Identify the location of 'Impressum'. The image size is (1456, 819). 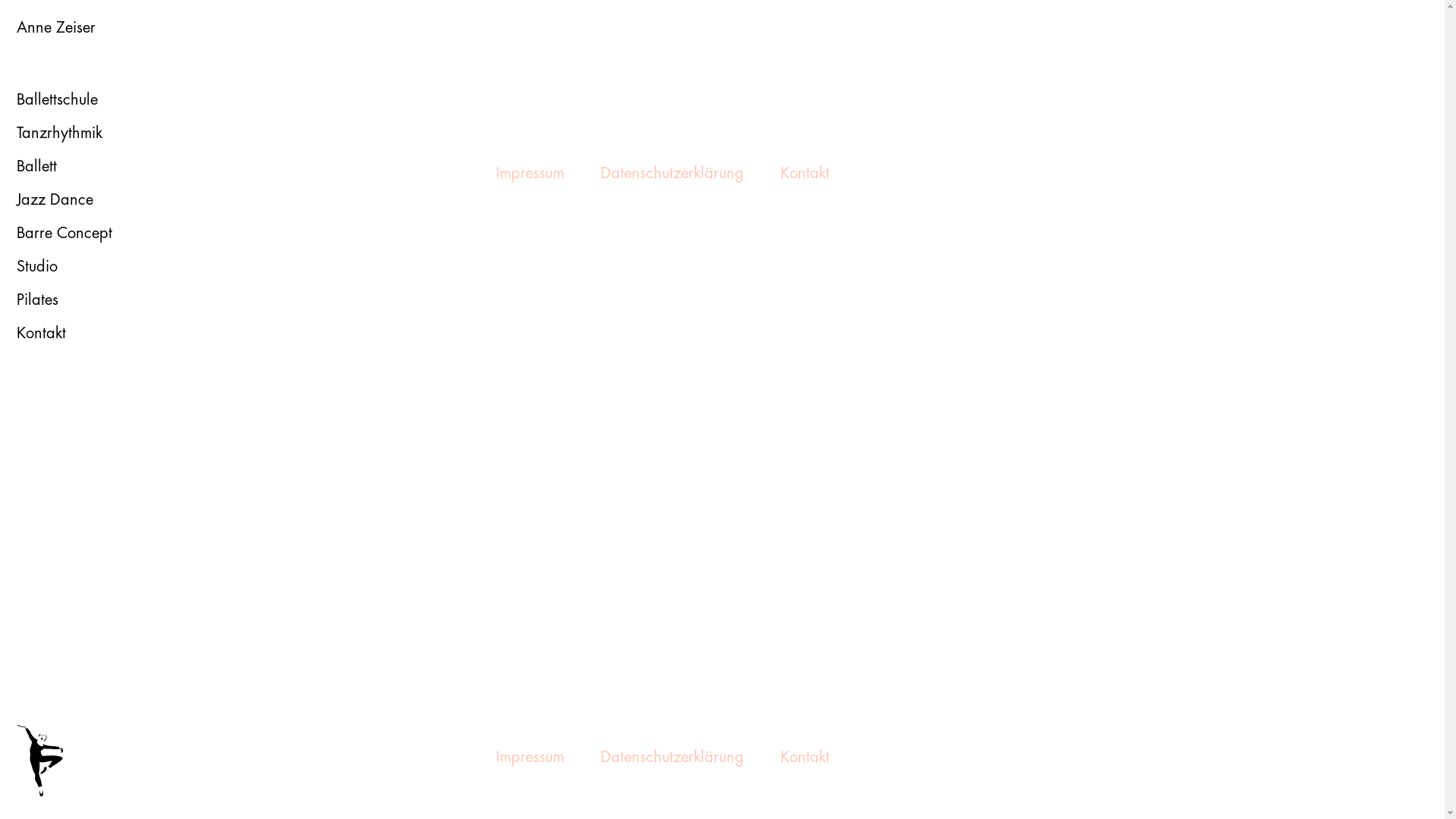
(530, 172).